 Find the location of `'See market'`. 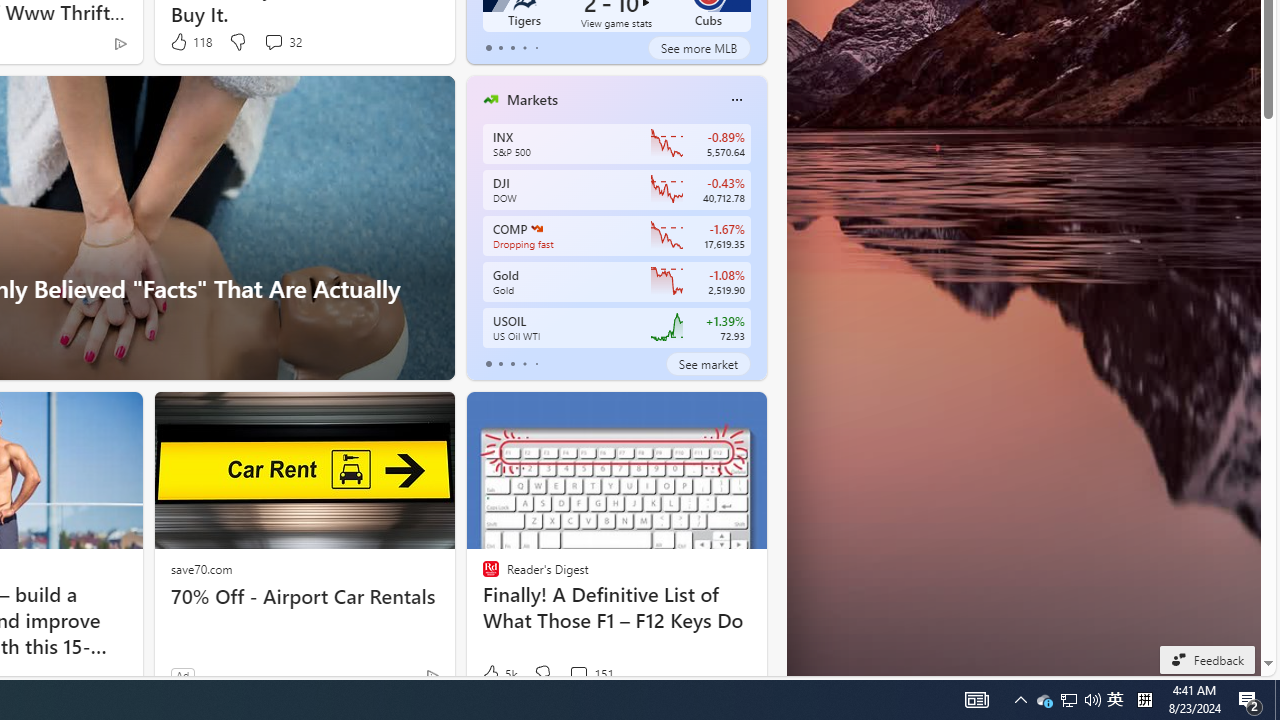

'See market' is located at coordinates (708, 363).